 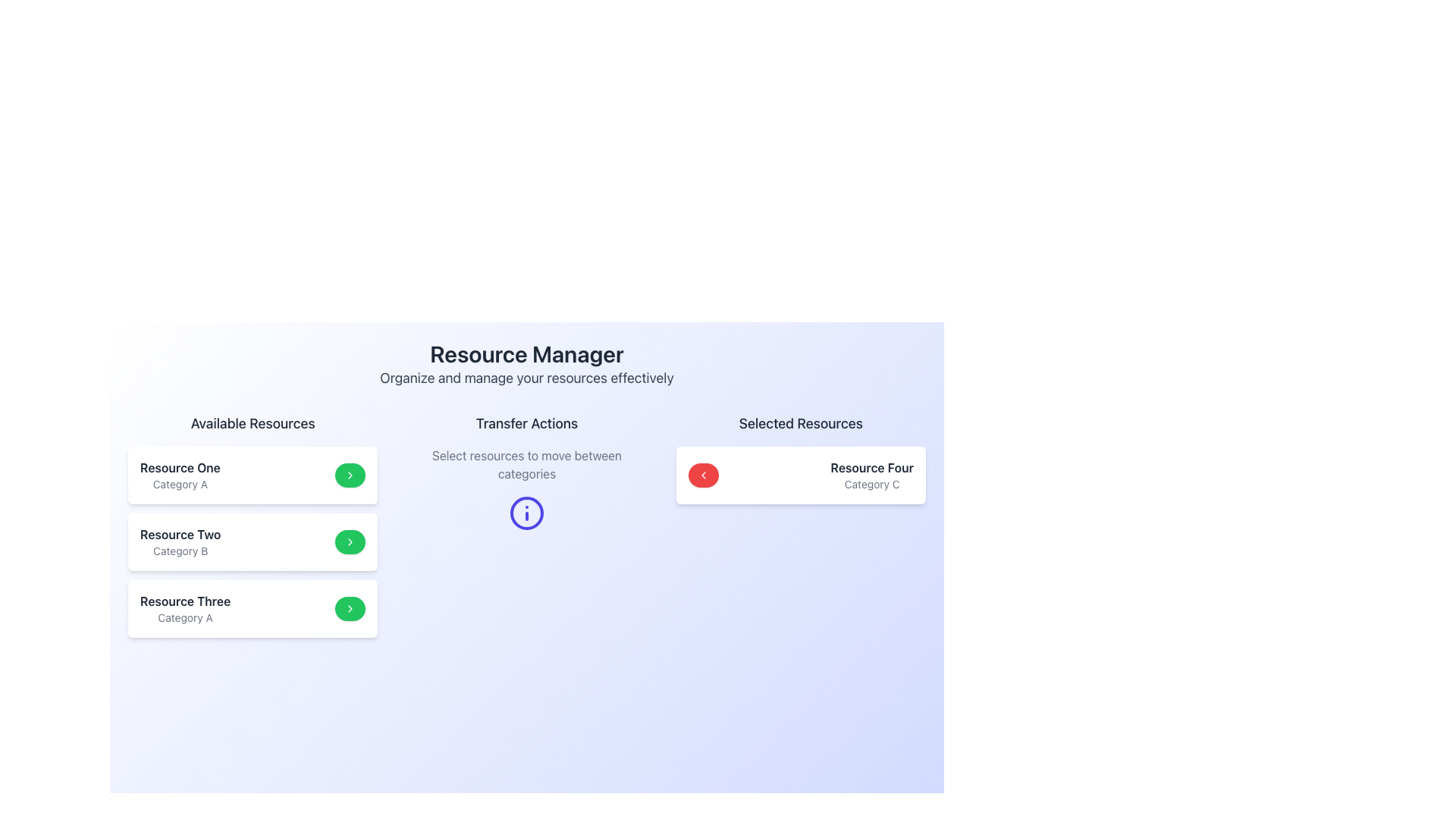 What do you see at coordinates (702, 475) in the screenshot?
I see `the button to deselect 'Resource Four' from the 'Selected Resources' list, located in the top-left corner of the card labeled 'Resource Four'` at bounding box center [702, 475].